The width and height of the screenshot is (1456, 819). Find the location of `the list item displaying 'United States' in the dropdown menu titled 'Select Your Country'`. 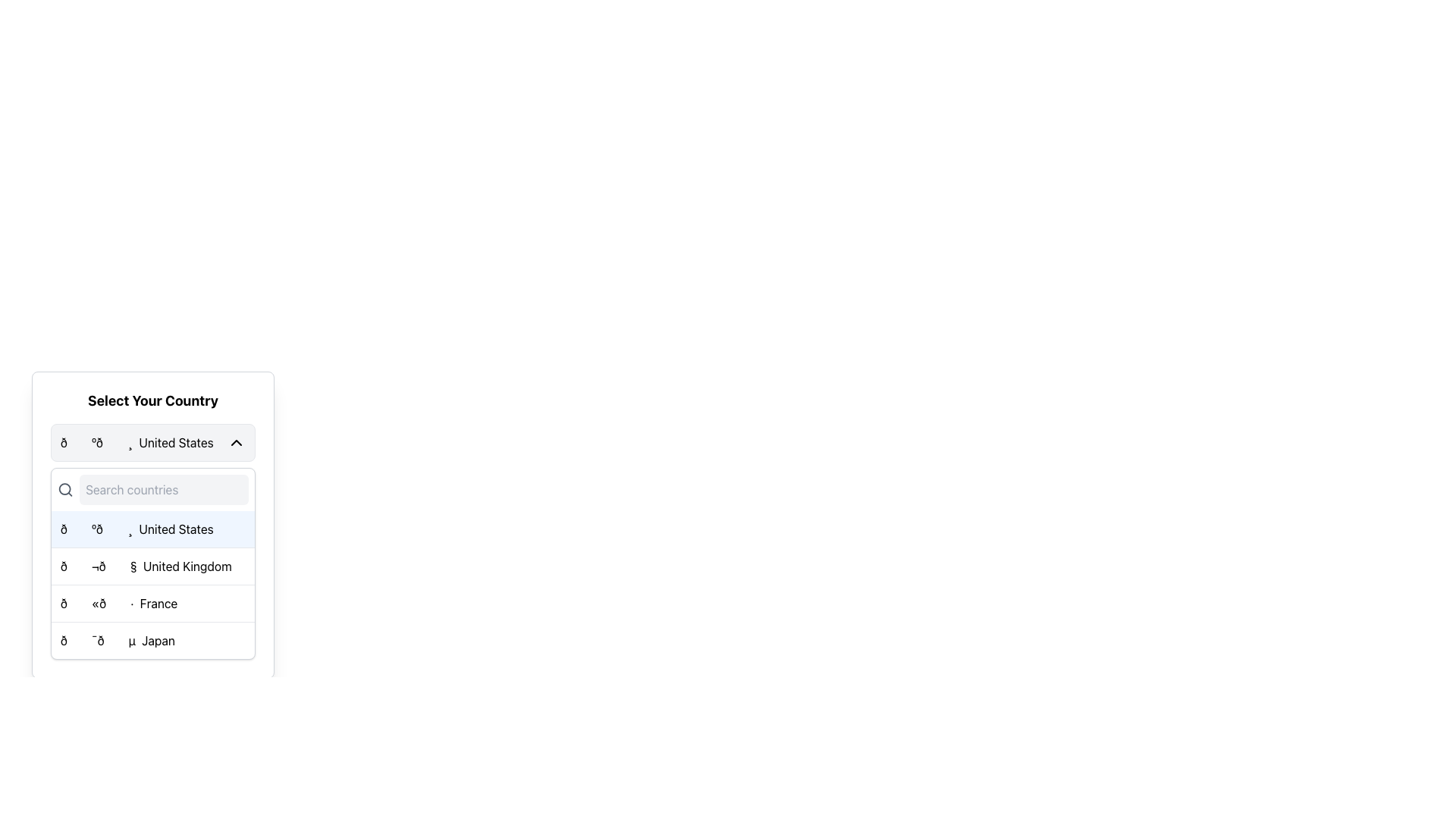

the list item displaying 'United States' in the dropdown menu titled 'Select Your Country' is located at coordinates (152, 529).